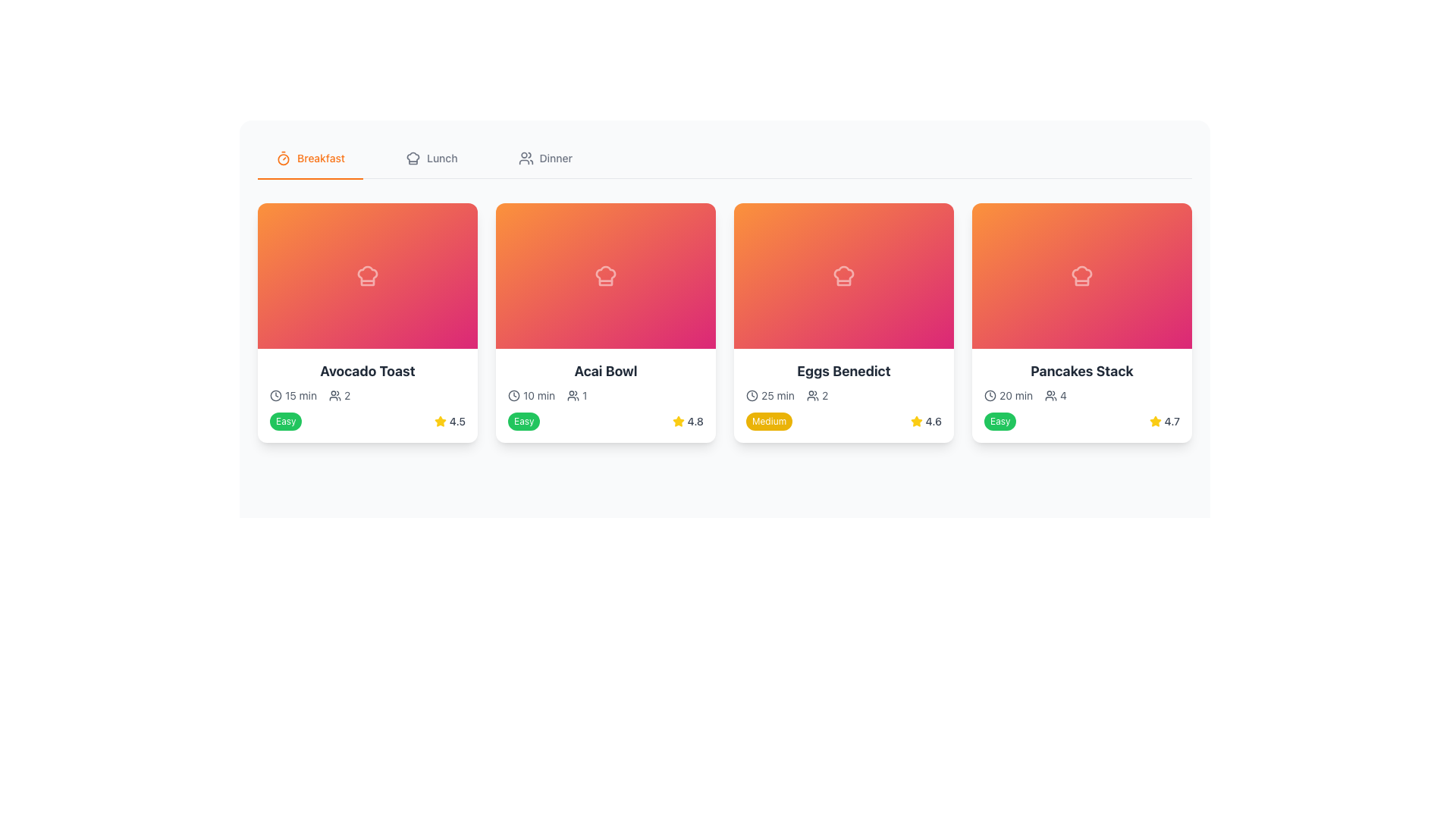 The image size is (1456, 819). What do you see at coordinates (1000, 421) in the screenshot?
I see `the small label displaying 'Easy' in white font on a green background, located in the bottom-left section of the 'Pancakes Stack' card` at bounding box center [1000, 421].